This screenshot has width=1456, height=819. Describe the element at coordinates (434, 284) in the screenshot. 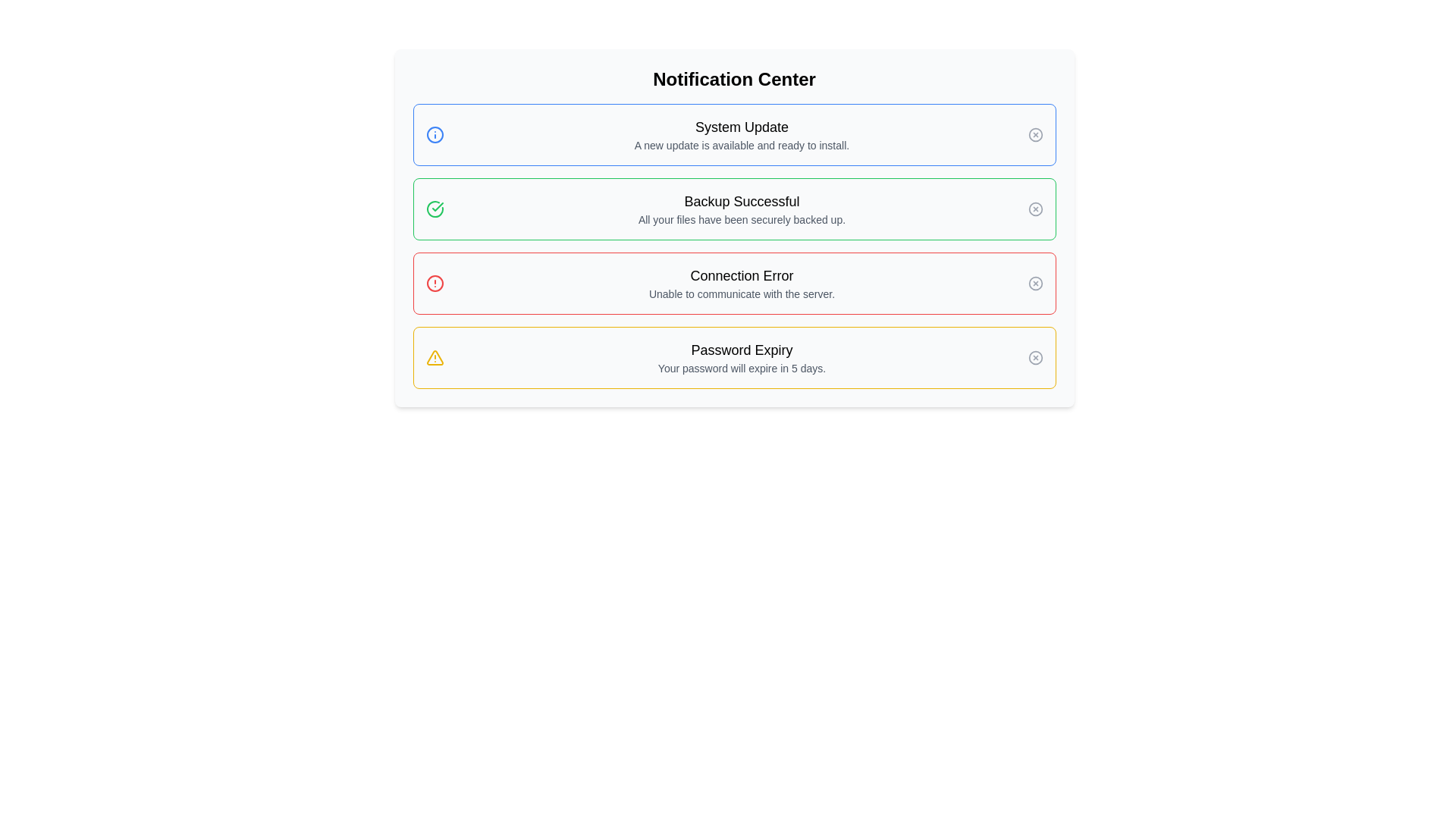

I see `the alert state represented` at that location.